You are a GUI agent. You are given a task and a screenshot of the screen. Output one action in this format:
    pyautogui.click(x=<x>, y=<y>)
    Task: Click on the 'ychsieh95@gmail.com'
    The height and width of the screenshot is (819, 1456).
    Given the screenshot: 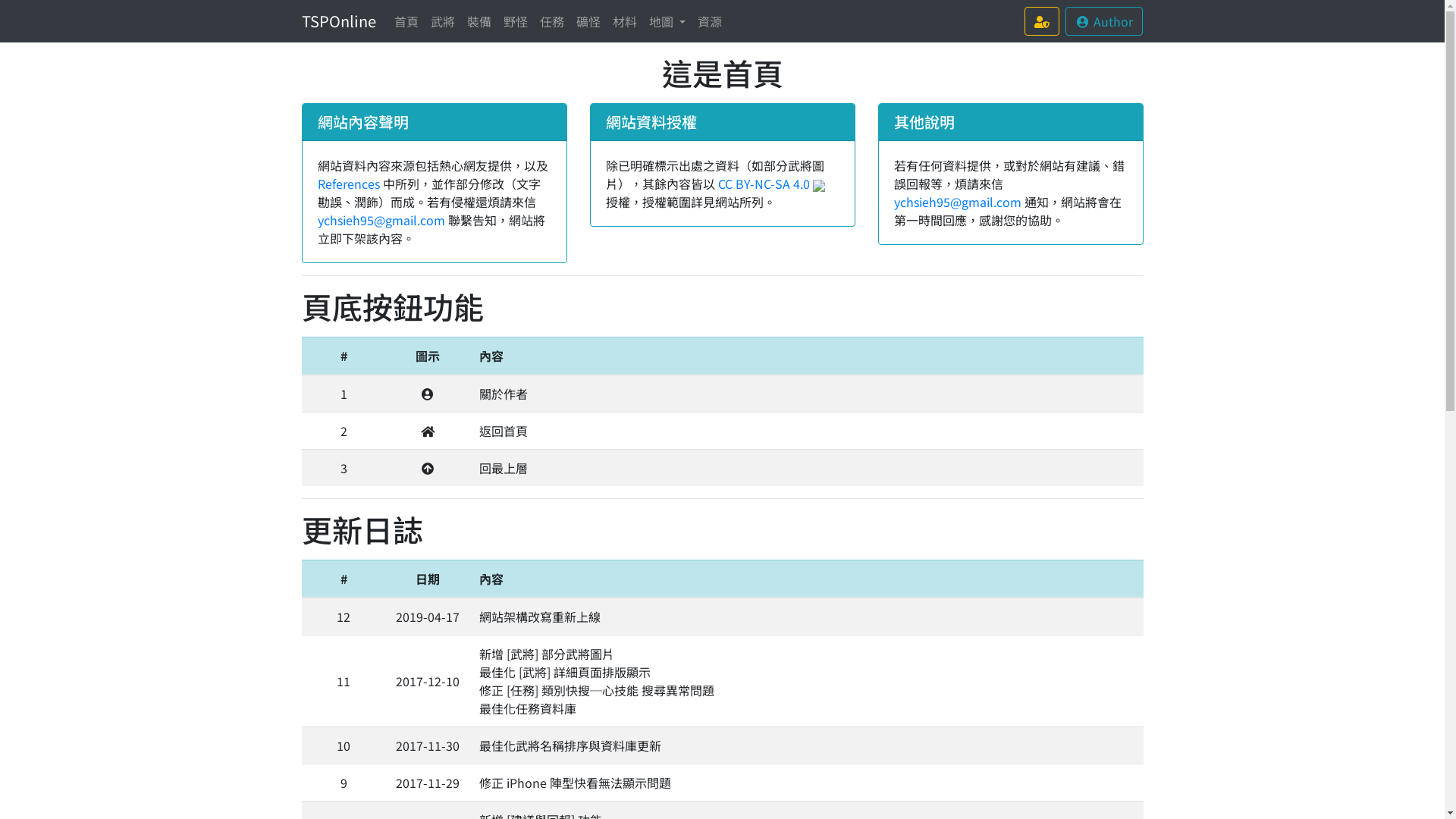 What is the action you would take?
    pyautogui.click(x=381, y=219)
    